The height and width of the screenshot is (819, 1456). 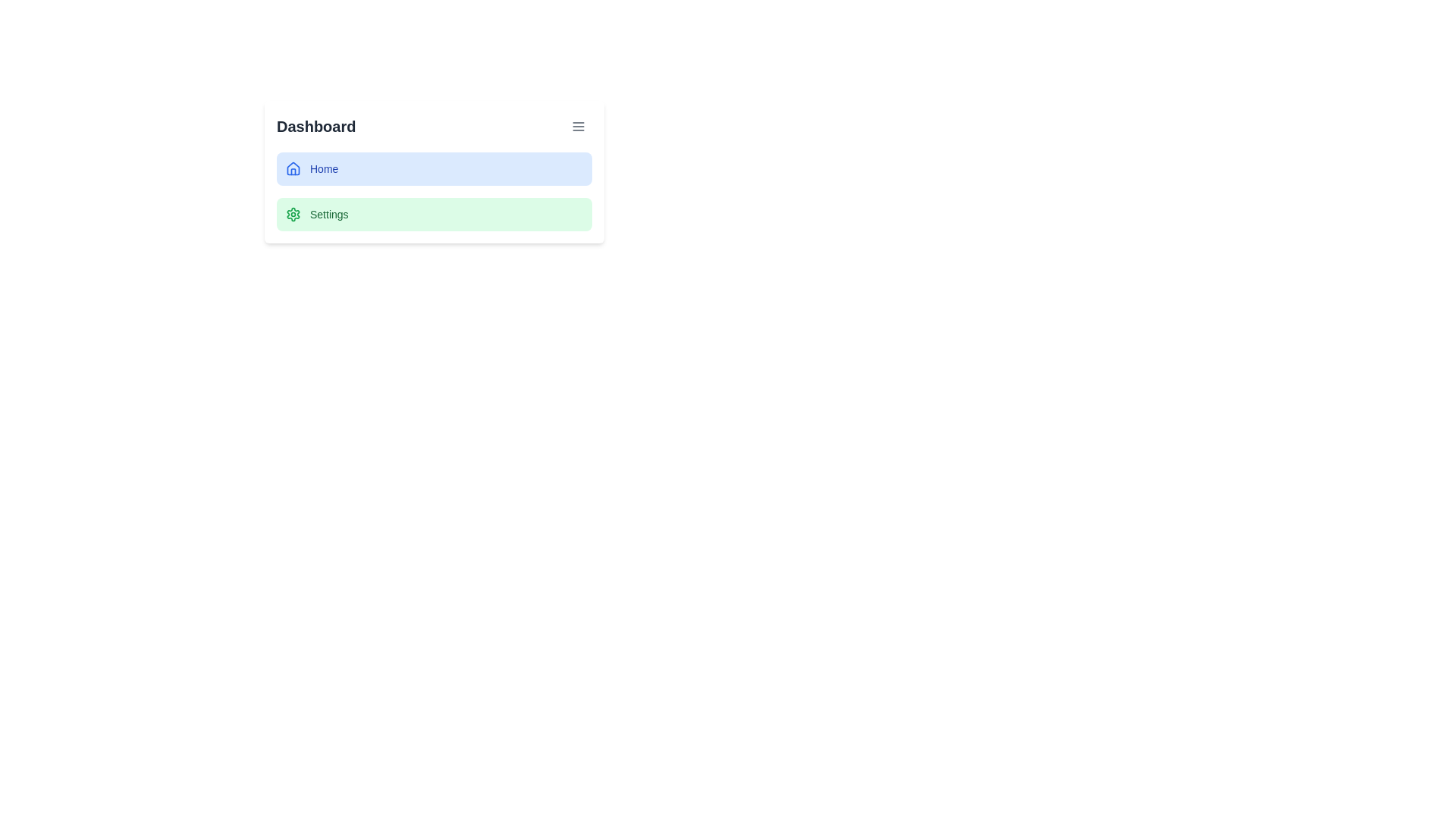 What do you see at coordinates (433, 214) in the screenshot?
I see `the 'Settings' navigation button located at the bottom of the vertical grid layout for keyboard navigation` at bounding box center [433, 214].